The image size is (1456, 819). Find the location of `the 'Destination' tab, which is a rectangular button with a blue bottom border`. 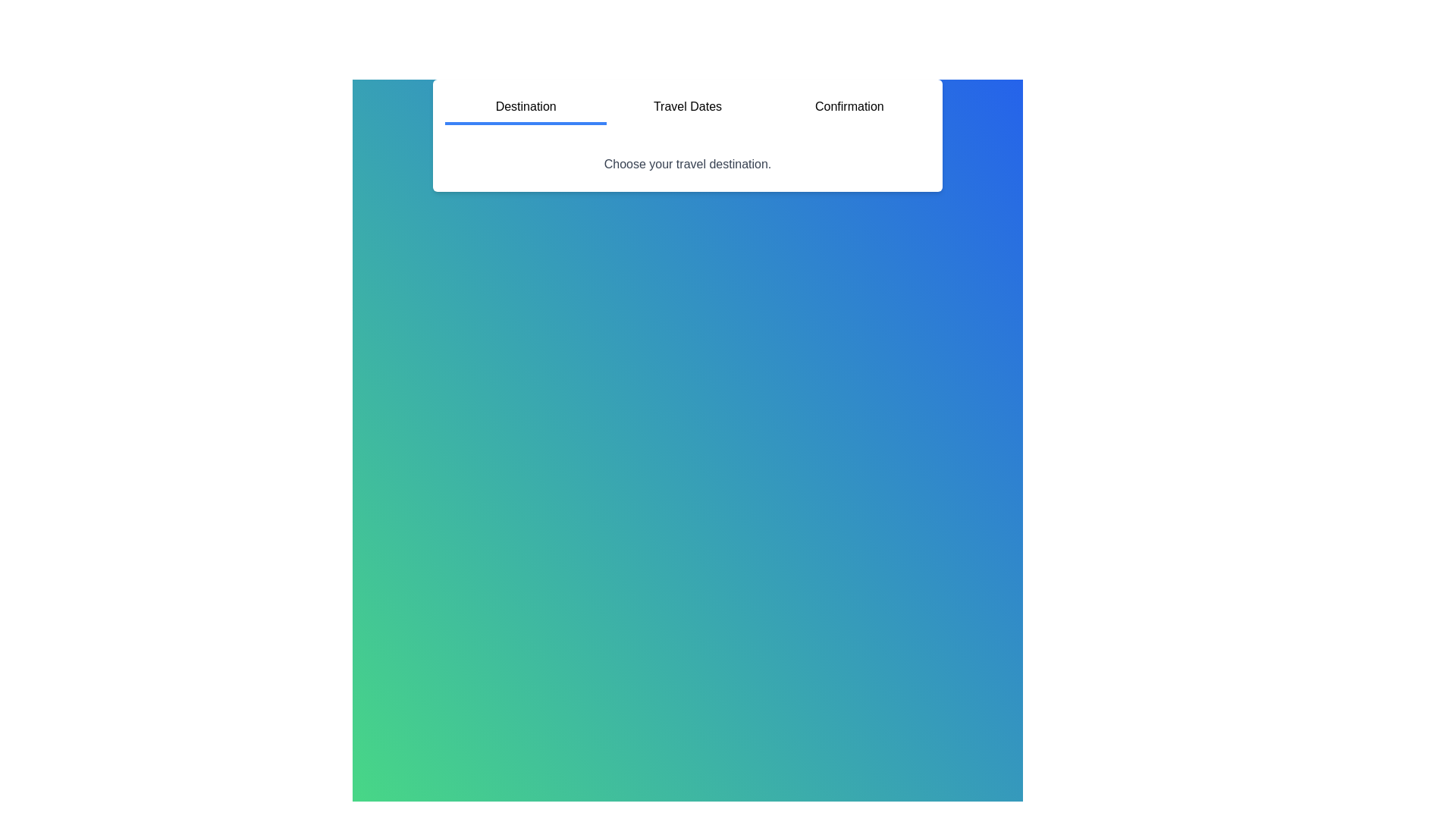

the 'Destination' tab, which is a rectangular button with a blue bottom border is located at coordinates (526, 107).